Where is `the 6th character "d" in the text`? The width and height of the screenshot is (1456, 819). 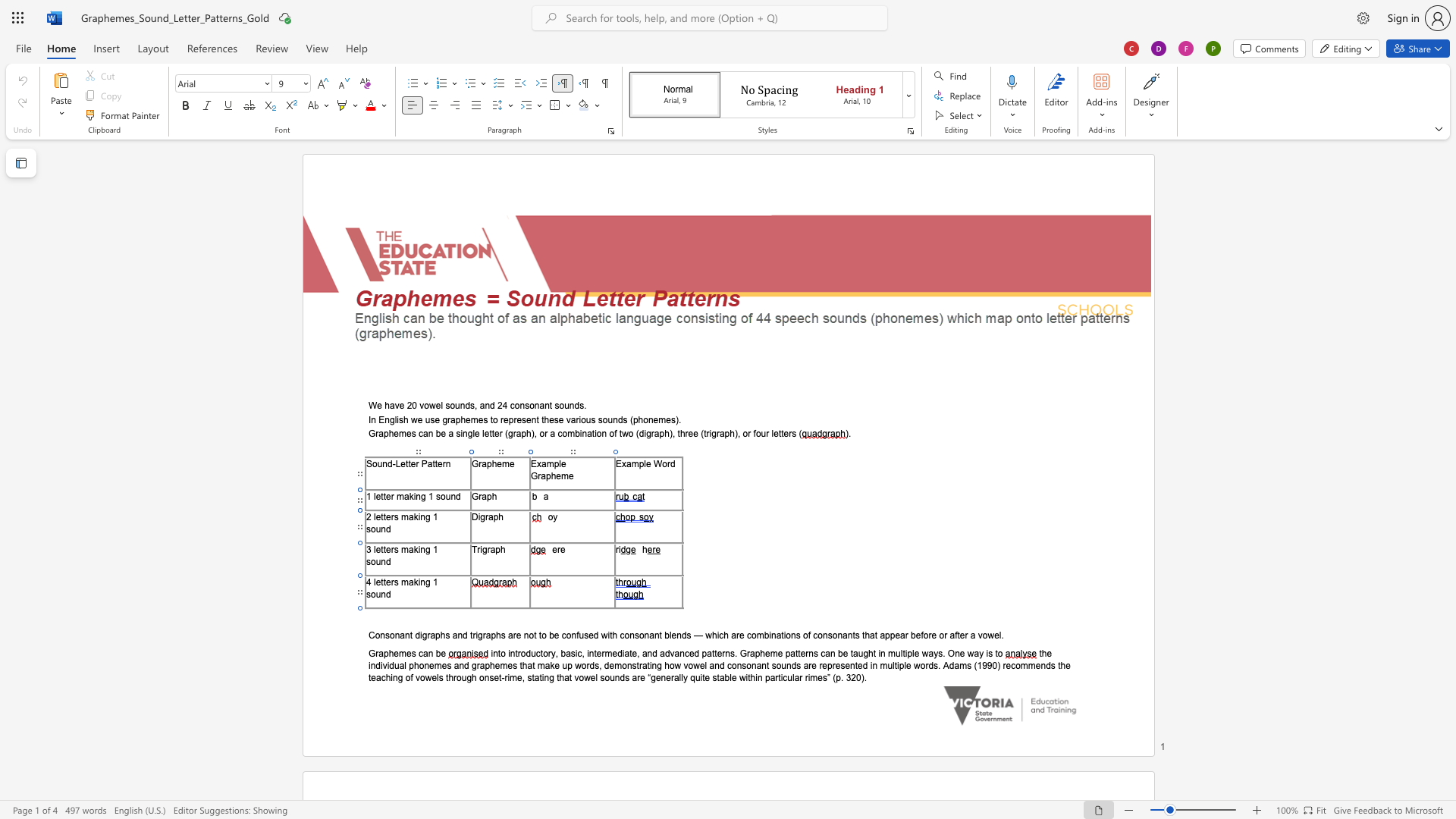
the 6th character "d" in the text is located at coordinates (1047, 664).